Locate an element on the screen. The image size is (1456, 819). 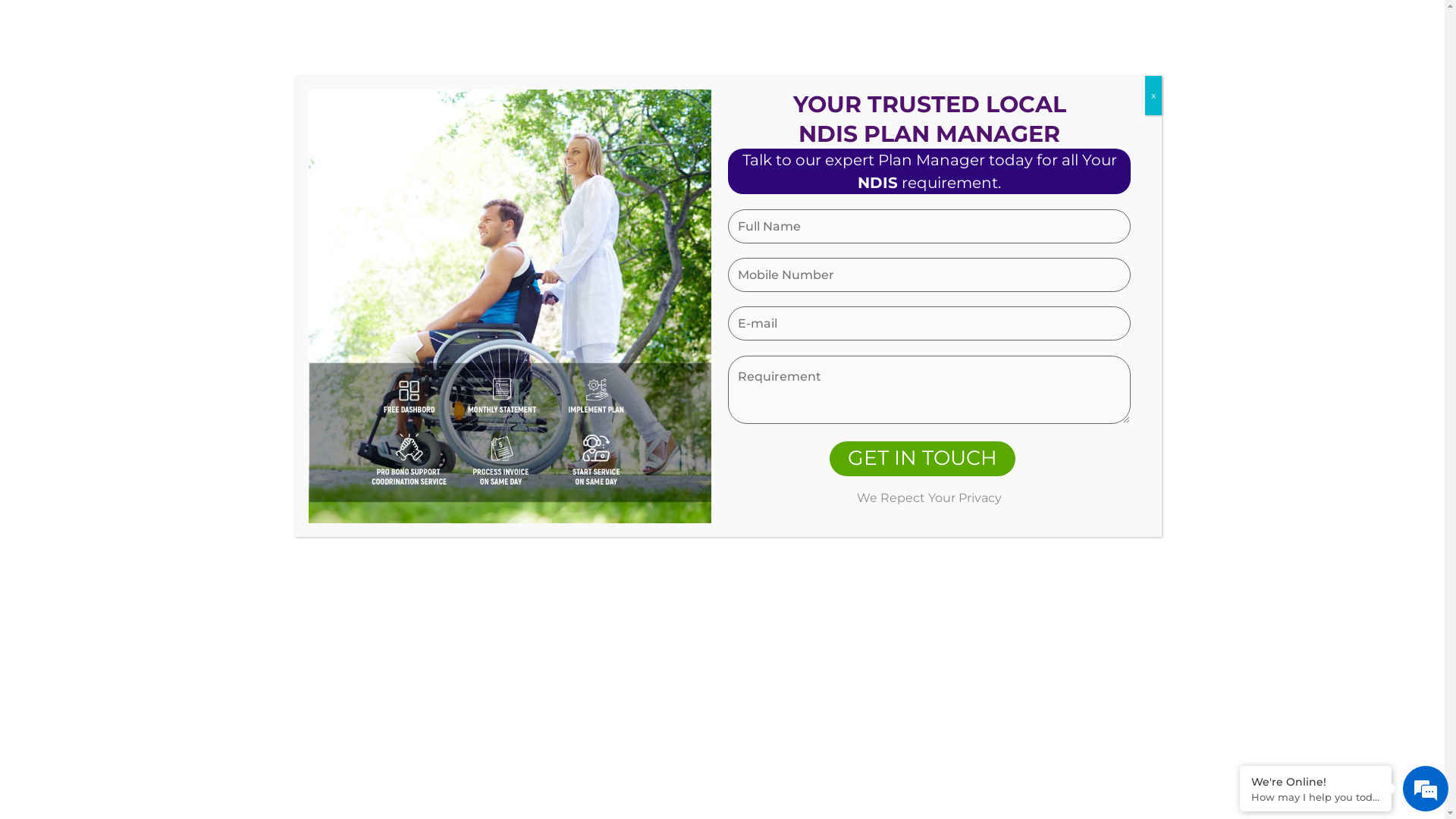
'GET IN TOUCH' is located at coordinates (921, 458).